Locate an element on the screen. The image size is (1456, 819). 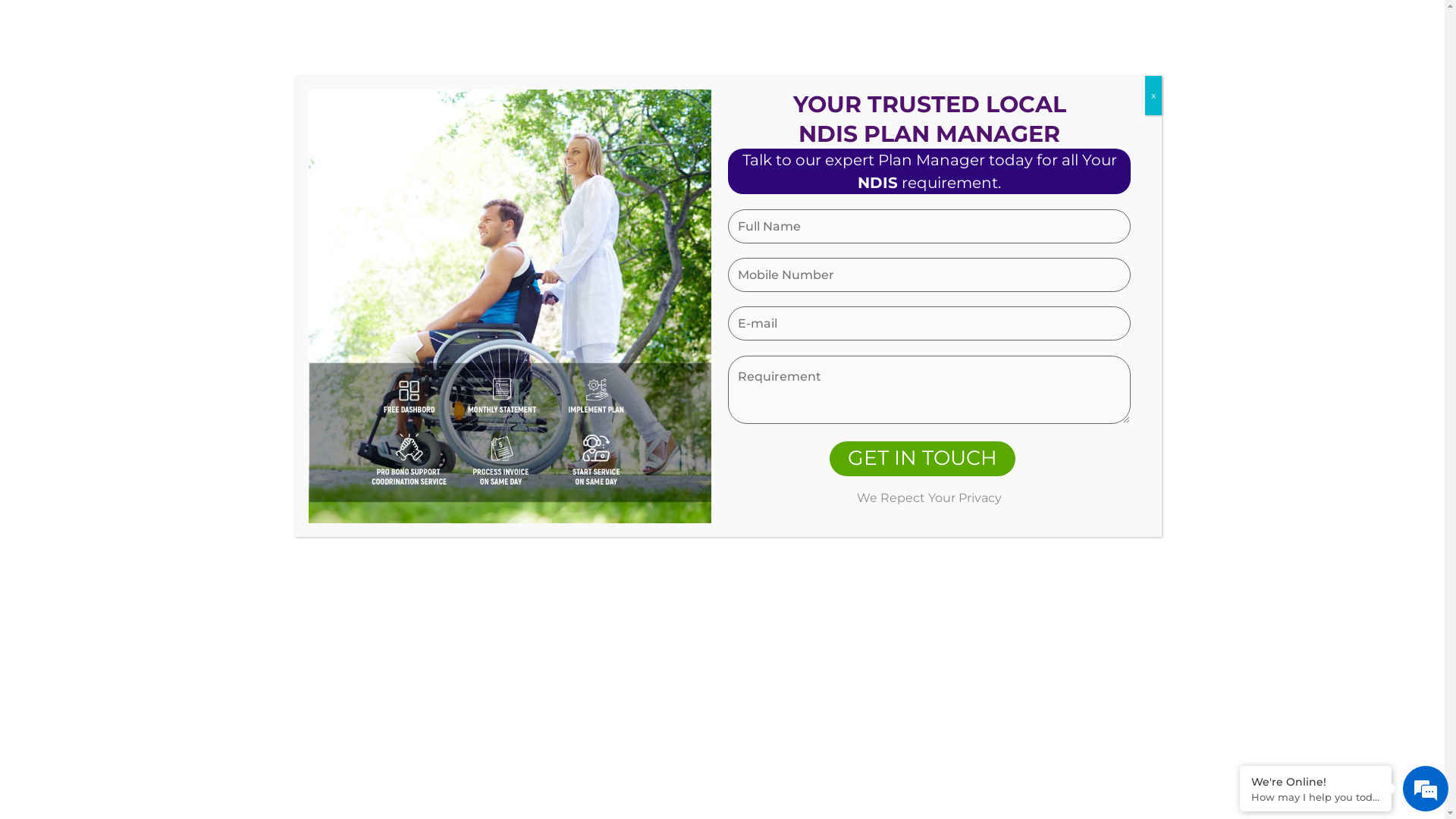
'GET IN TOUCH' is located at coordinates (921, 458).